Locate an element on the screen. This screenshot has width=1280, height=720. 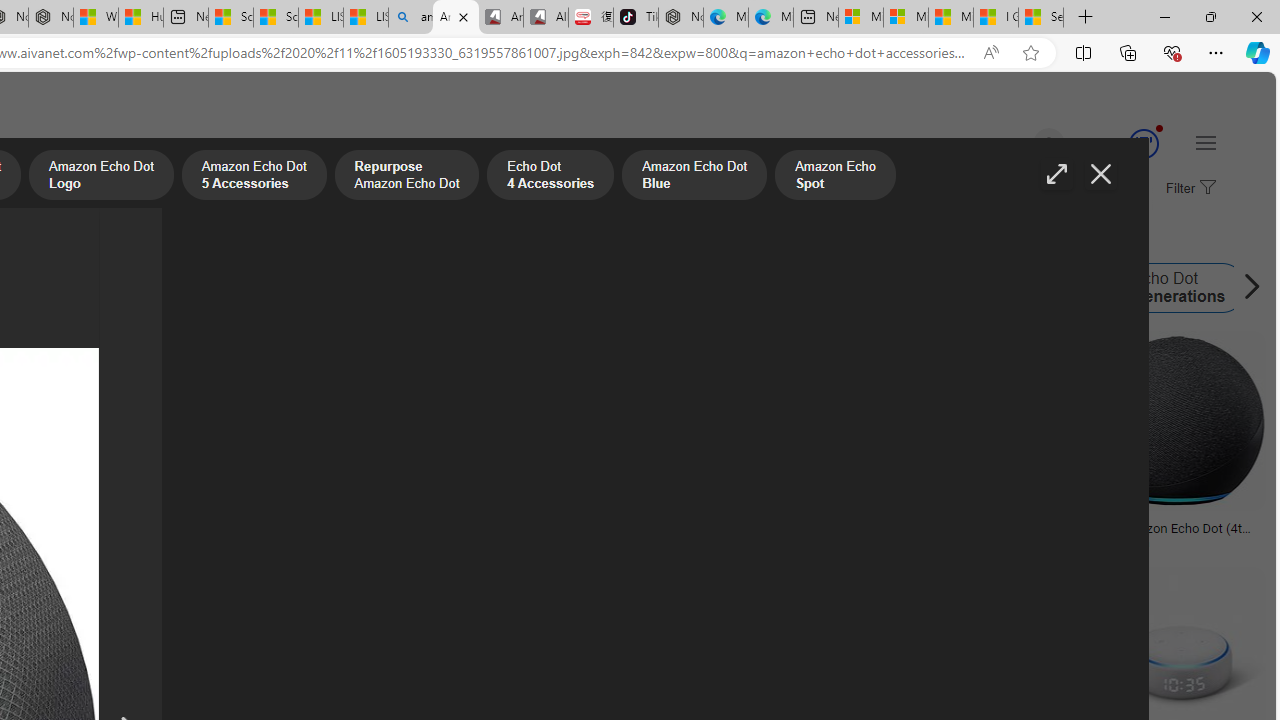
'Settings and quick links' is located at coordinates (1204, 141).